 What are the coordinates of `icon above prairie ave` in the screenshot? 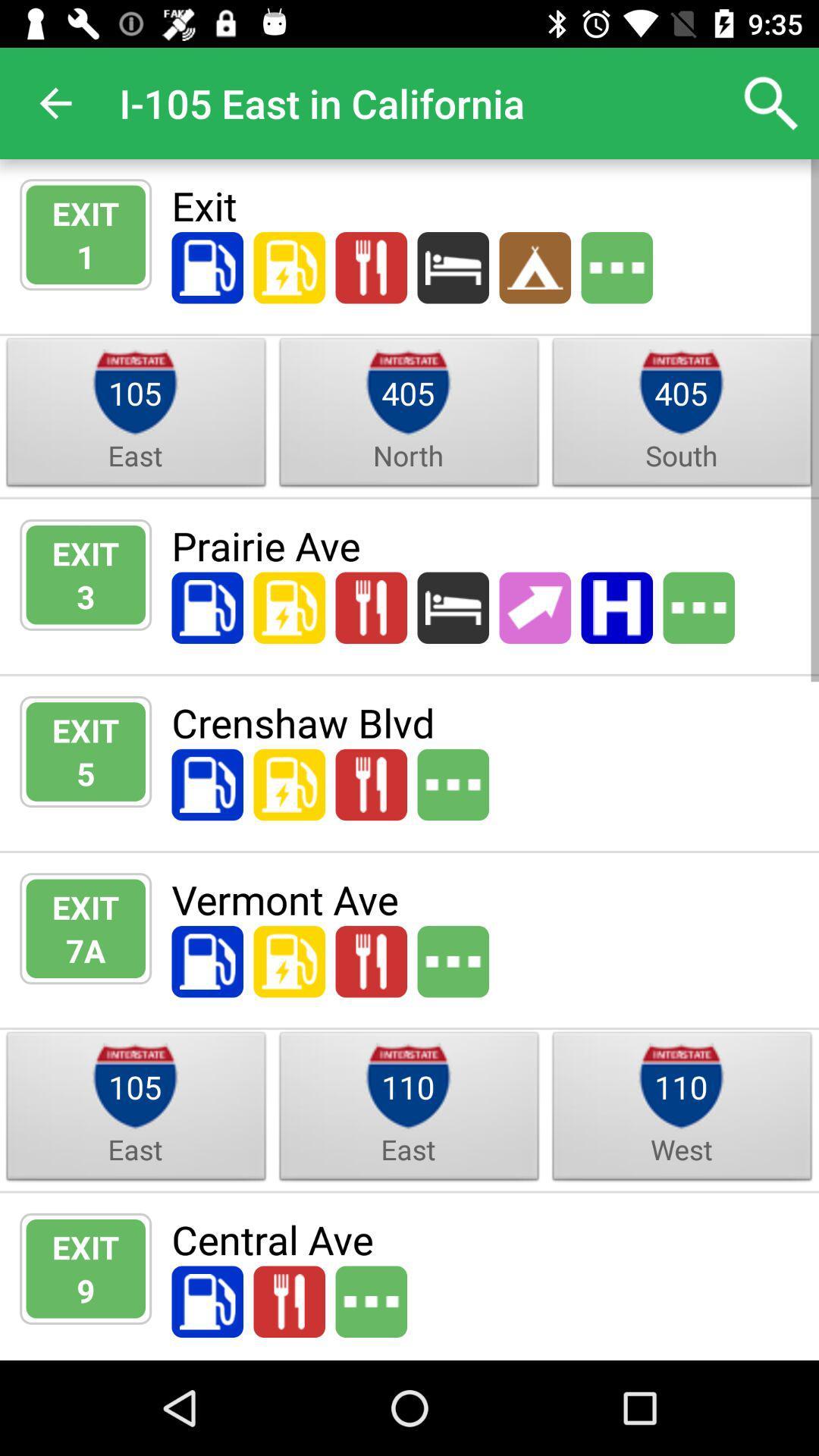 It's located at (680, 454).